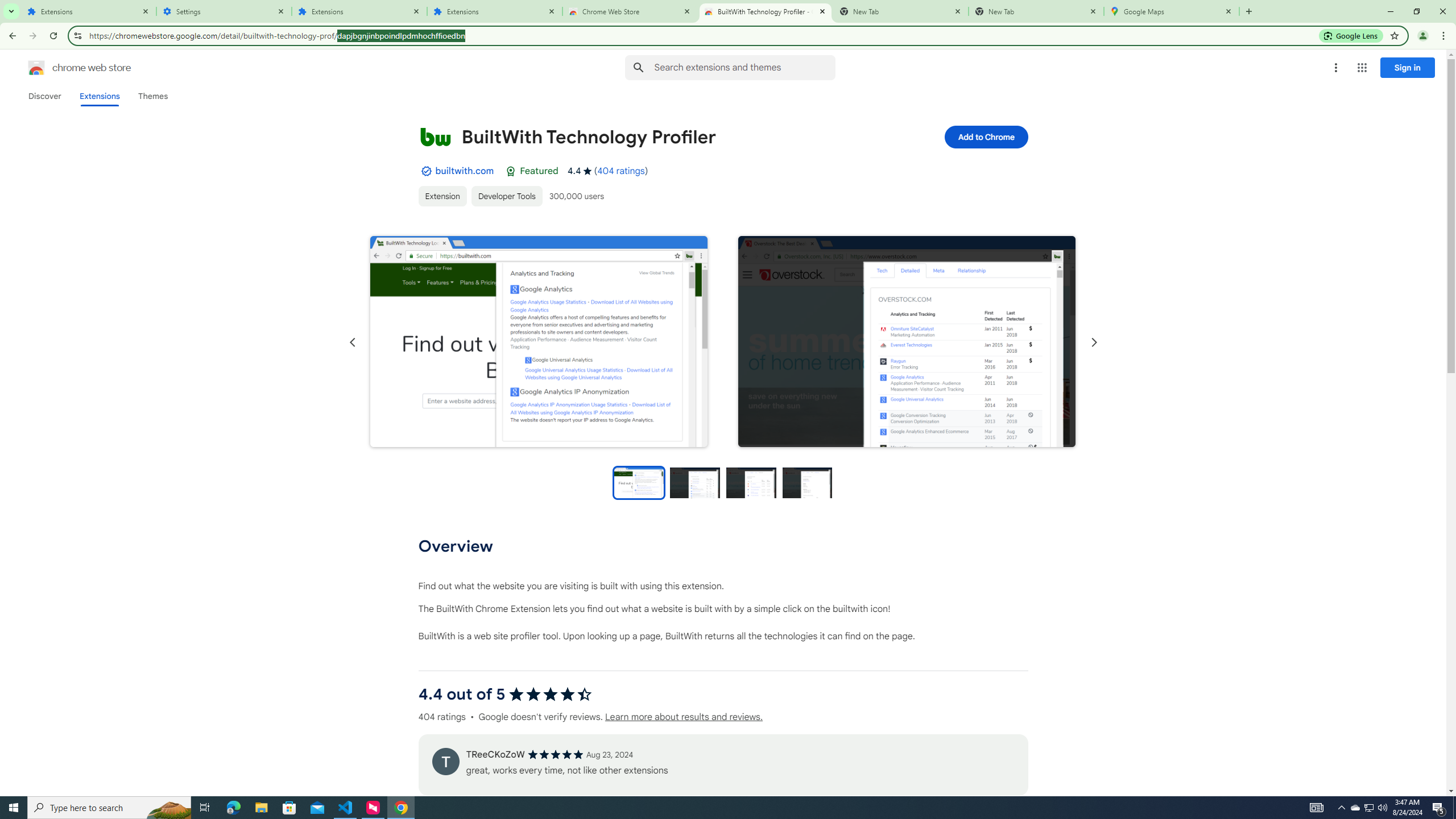 The height and width of the screenshot is (819, 1456). I want to click on 'Chrome Web Store', so click(630, 11).